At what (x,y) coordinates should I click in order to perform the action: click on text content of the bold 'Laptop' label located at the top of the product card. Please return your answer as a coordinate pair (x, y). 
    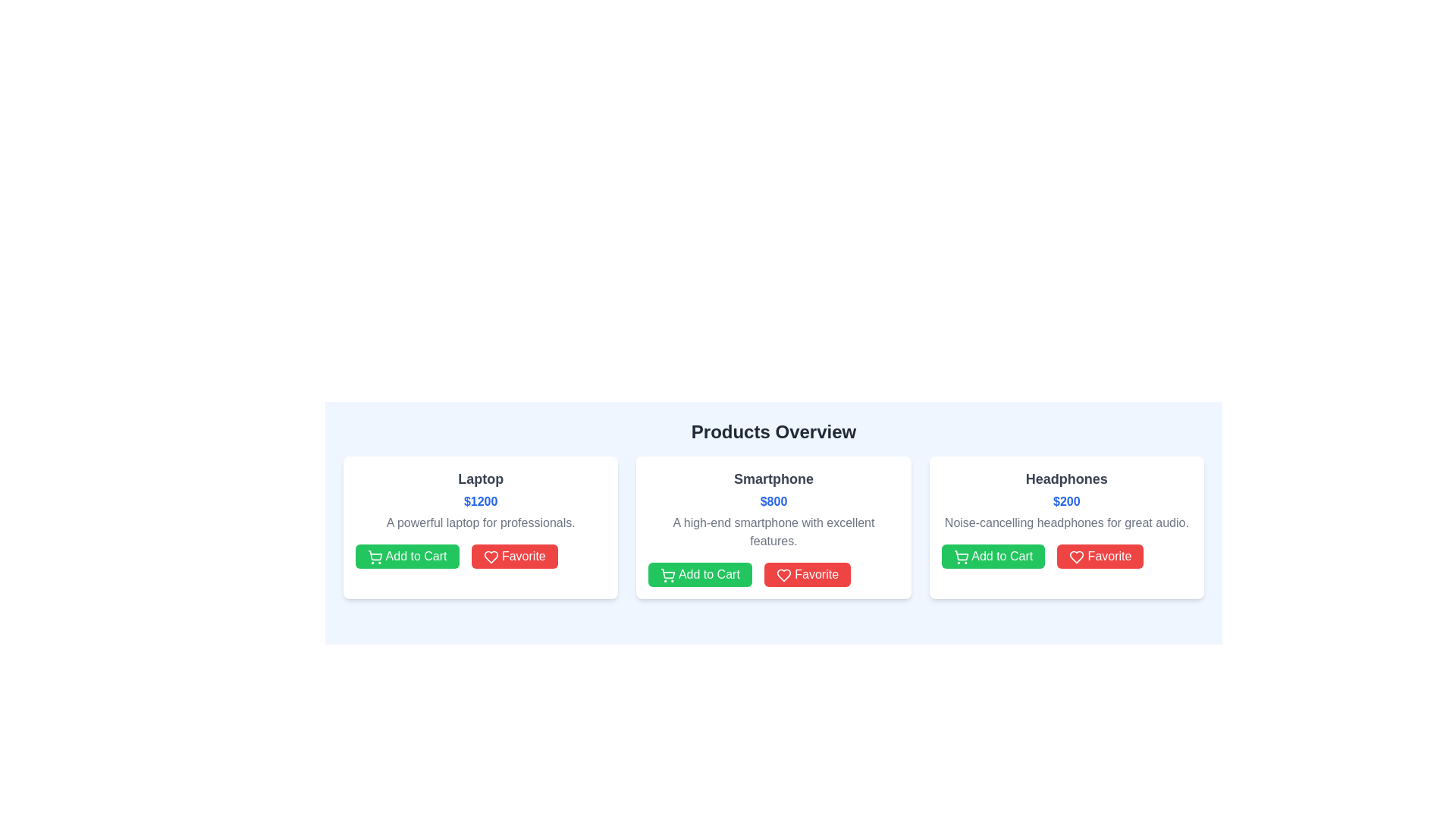
    Looking at the image, I should click on (480, 479).